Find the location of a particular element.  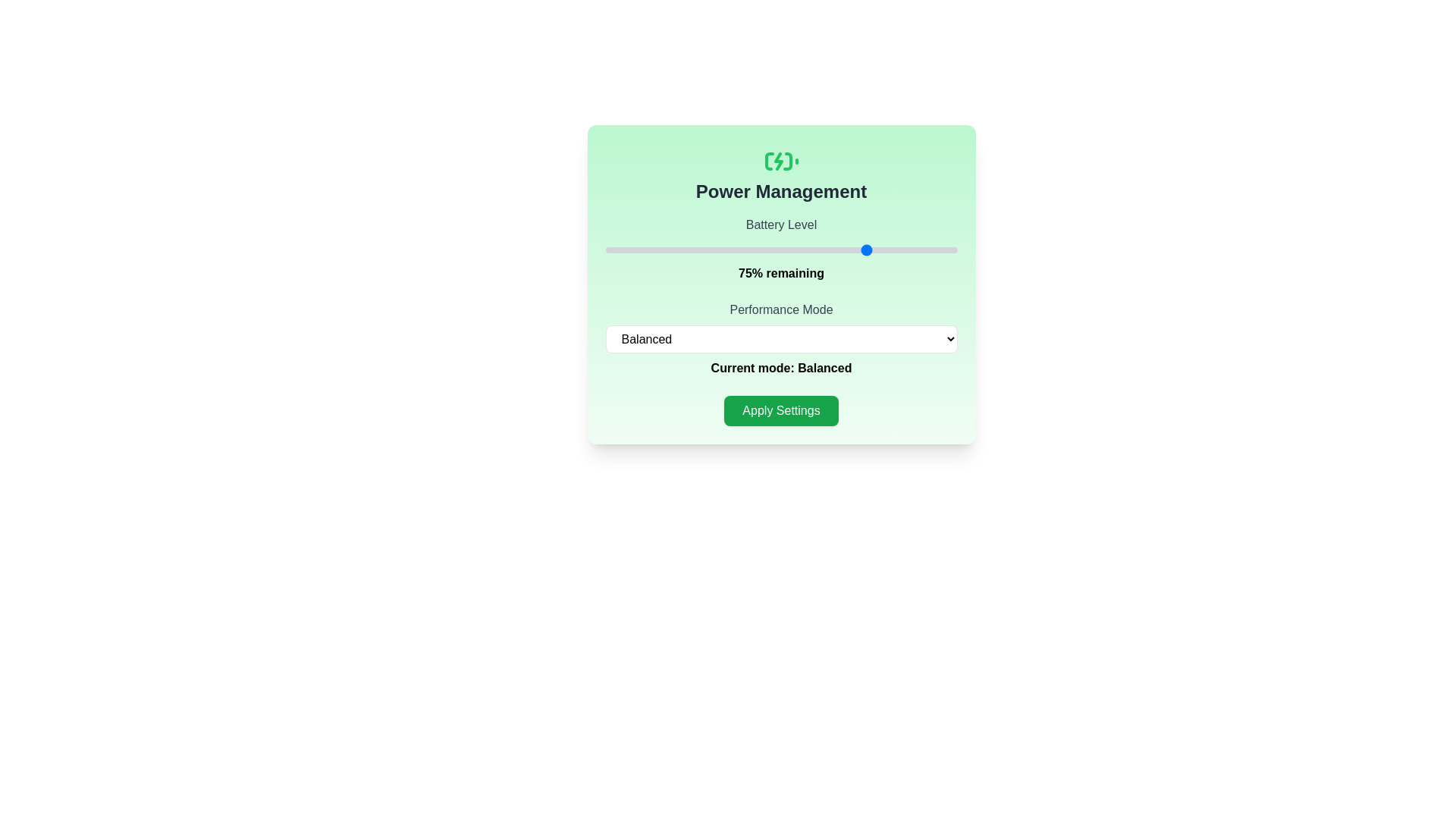

'Apply Settings' button to save the changes is located at coordinates (781, 411).